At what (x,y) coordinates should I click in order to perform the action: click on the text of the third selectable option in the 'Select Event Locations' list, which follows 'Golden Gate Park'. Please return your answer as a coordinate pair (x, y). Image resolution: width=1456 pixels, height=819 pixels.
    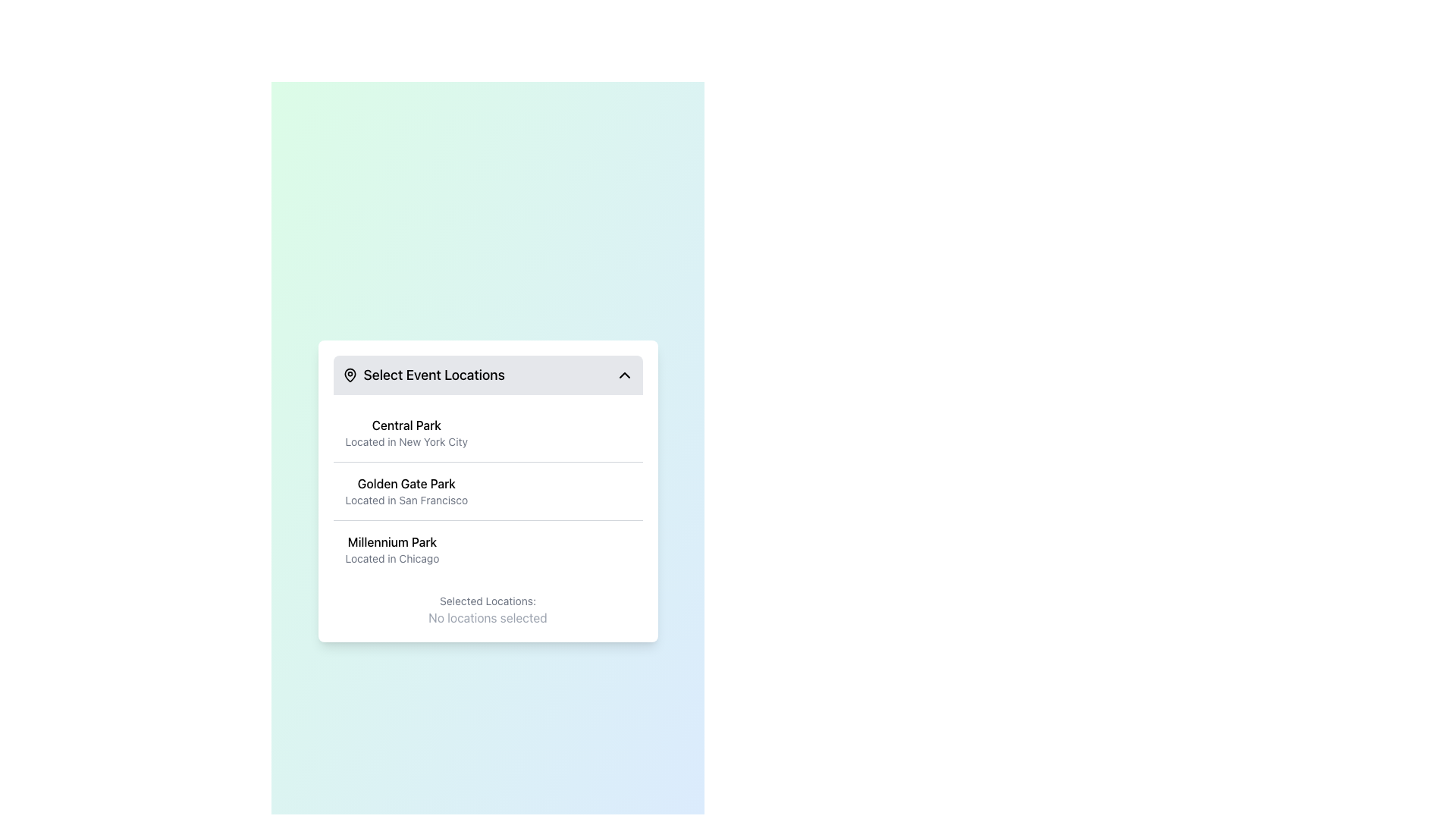
    Looking at the image, I should click on (488, 549).